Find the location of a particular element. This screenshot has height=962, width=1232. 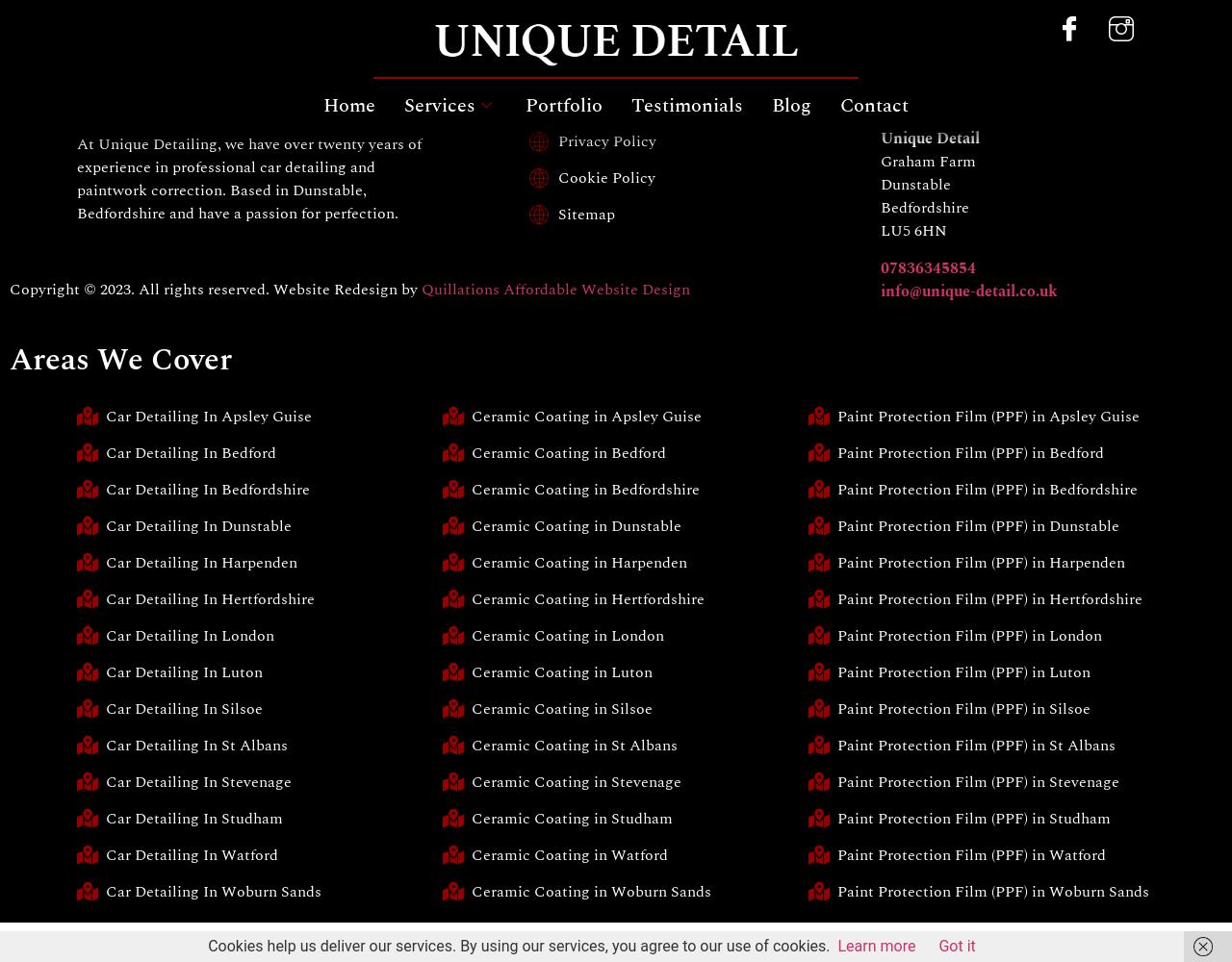

'Ceramic Coating in Luton' is located at coordinates (560, 671).